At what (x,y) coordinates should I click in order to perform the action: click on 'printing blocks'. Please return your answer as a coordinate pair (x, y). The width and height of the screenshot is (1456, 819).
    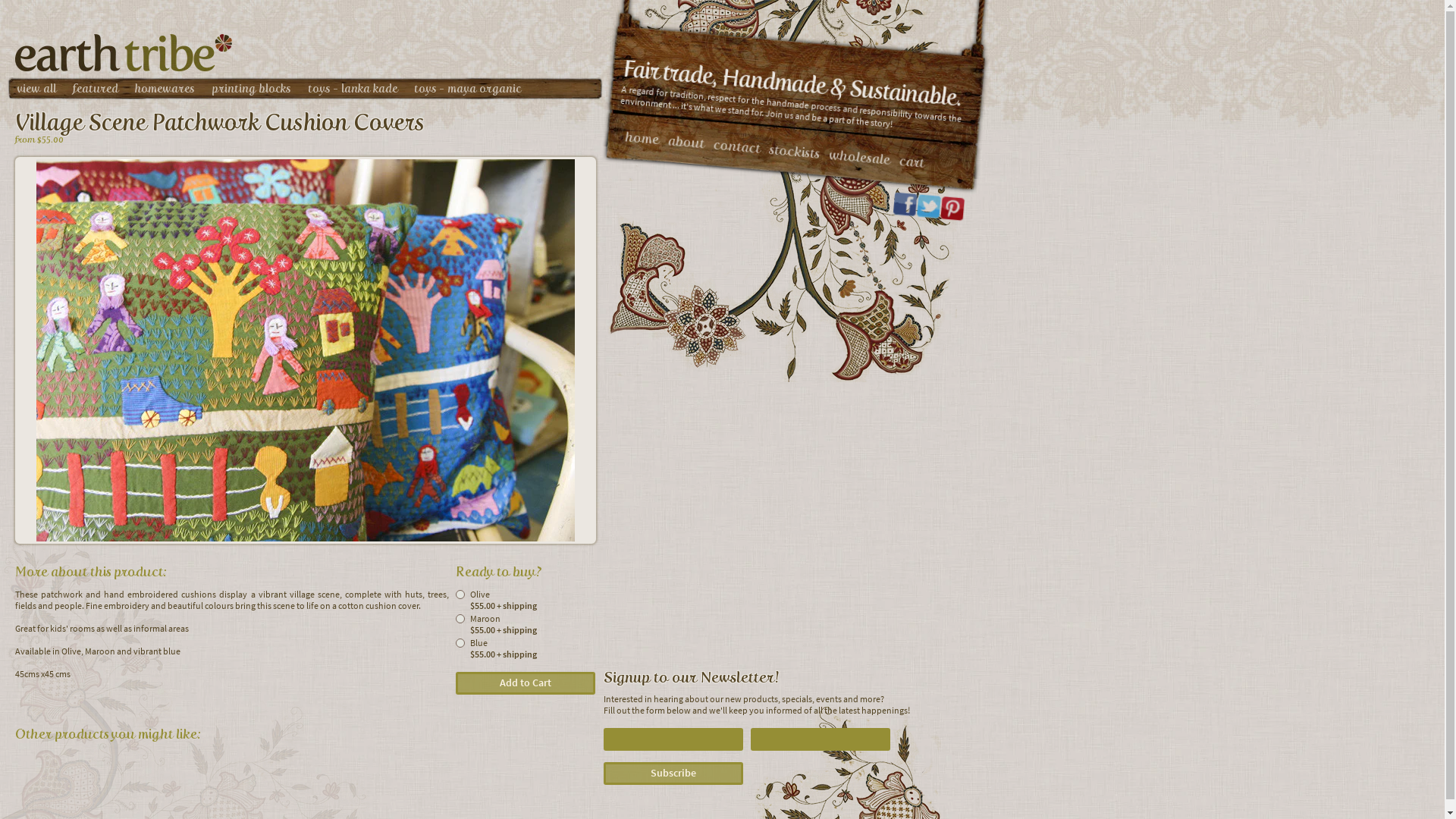
    Looking at the image, I should click on (251, 88).